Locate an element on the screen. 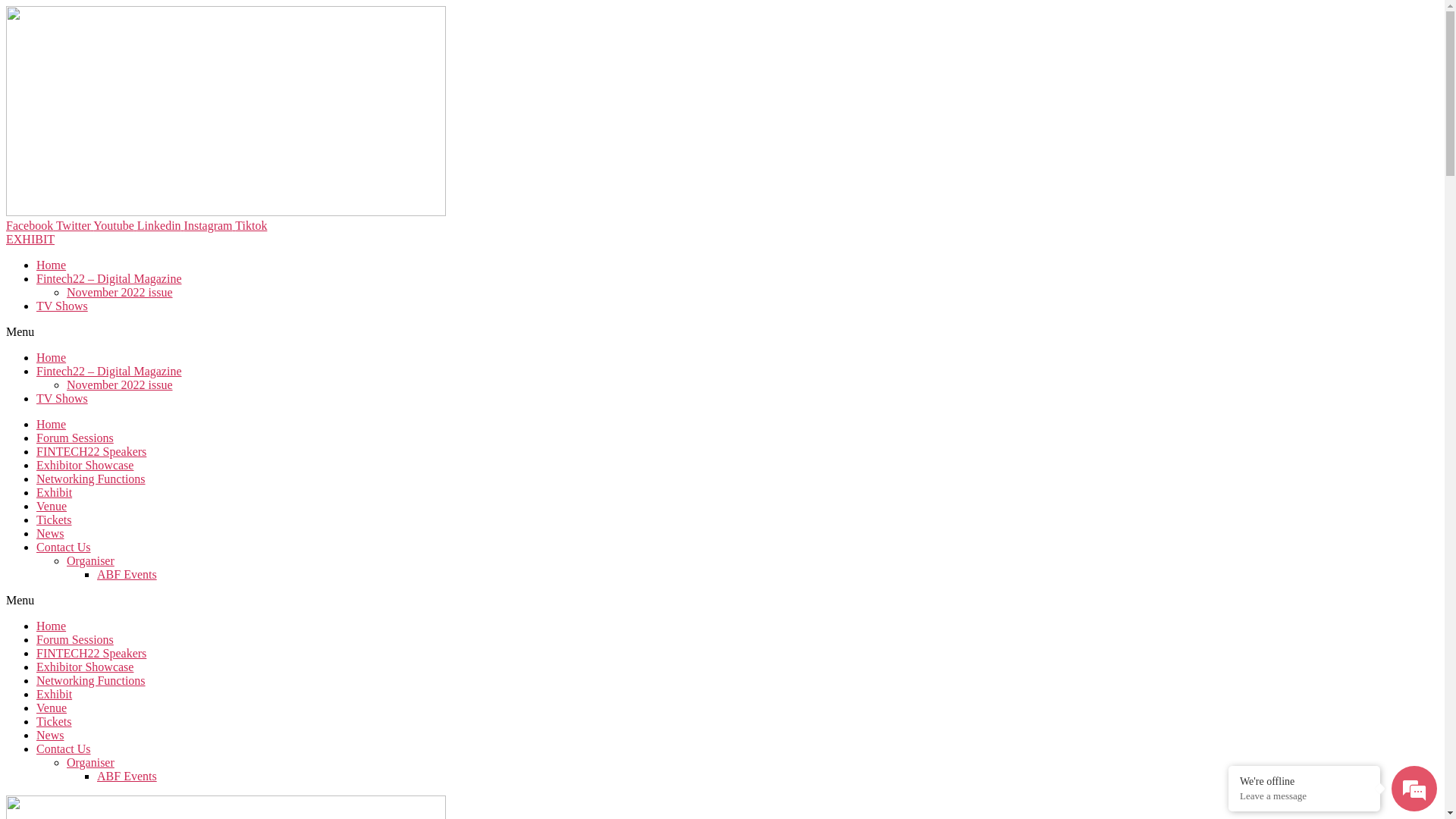 Image resolution: width=1456 pixels, height=819 pixels. 'Linkedin' is located at coordinates (160, 225).